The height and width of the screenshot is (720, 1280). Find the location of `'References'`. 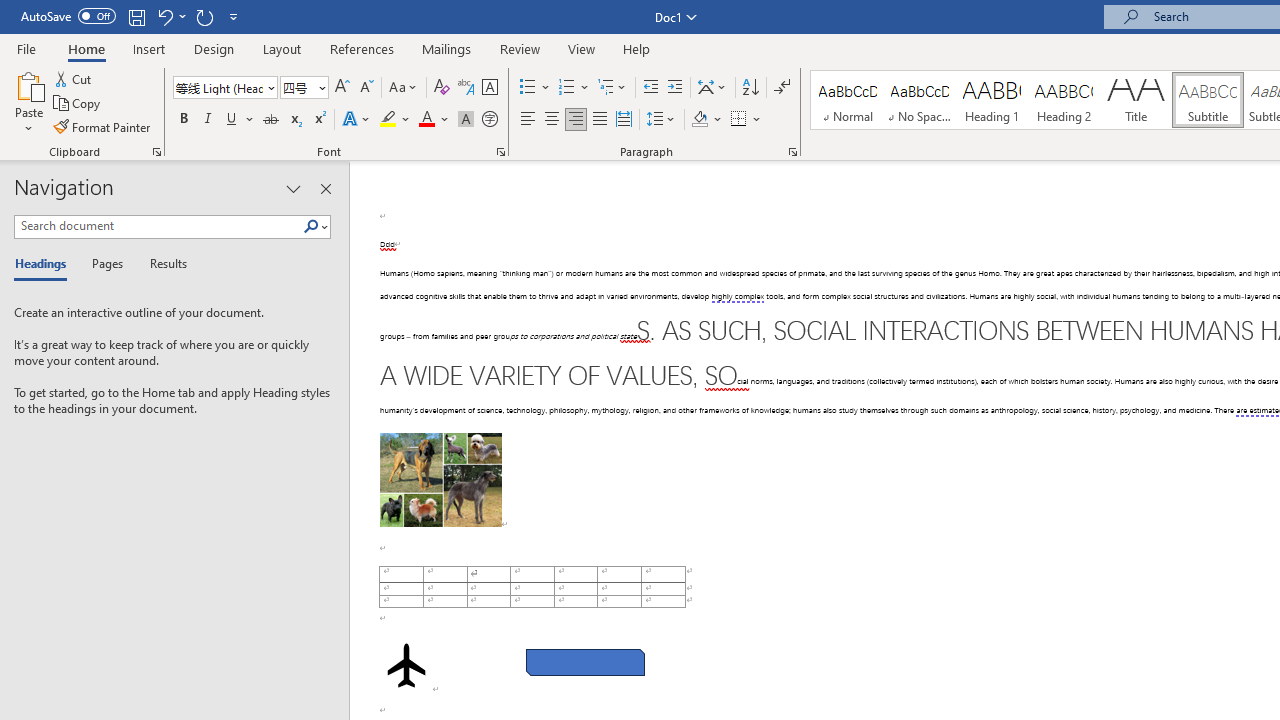

'References' is located at coordinates (362, 48).